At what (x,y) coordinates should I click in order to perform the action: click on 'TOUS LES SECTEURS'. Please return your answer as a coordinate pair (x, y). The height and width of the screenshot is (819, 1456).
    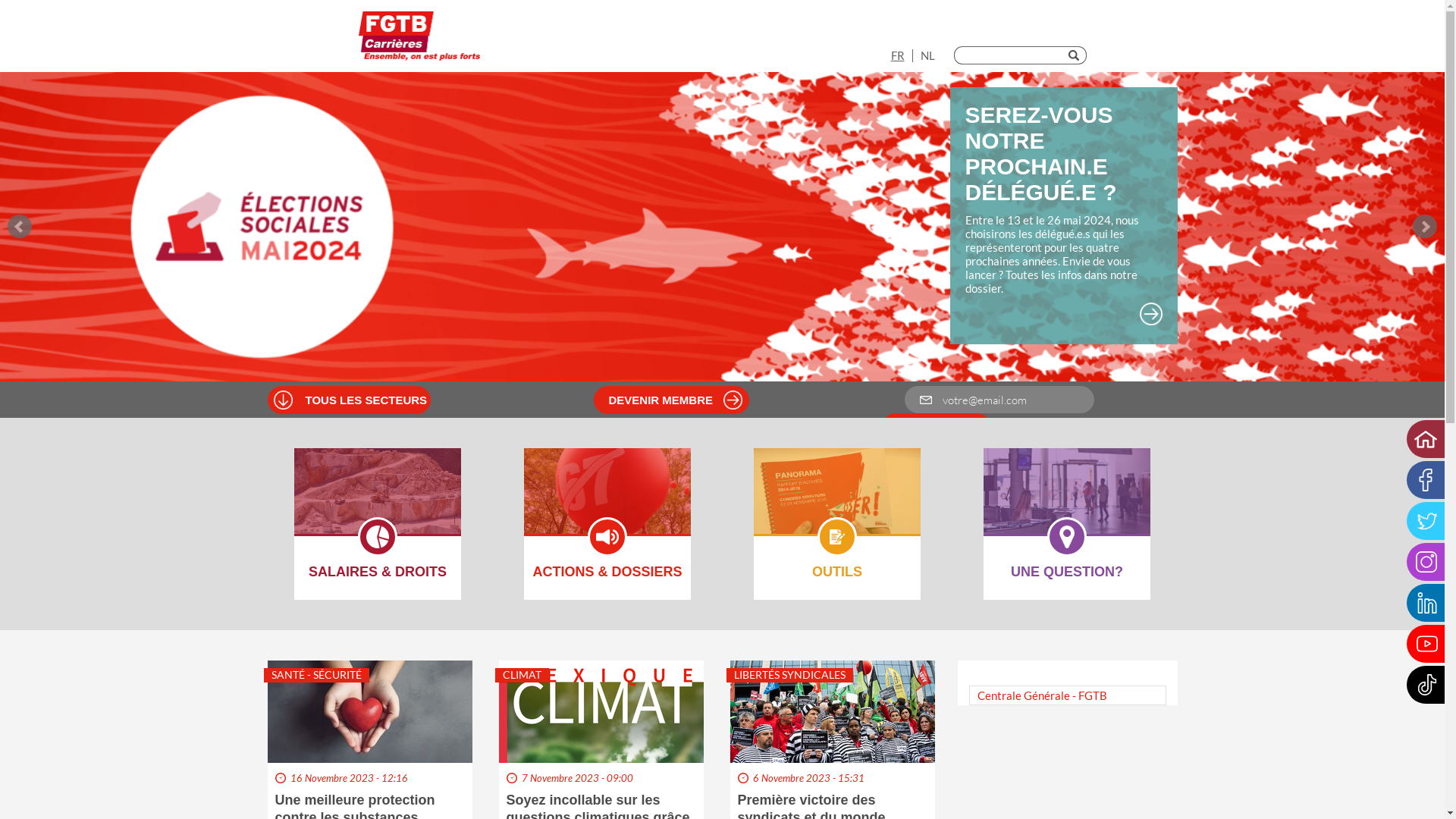
    Looking at the image, I should click on (304, 399).